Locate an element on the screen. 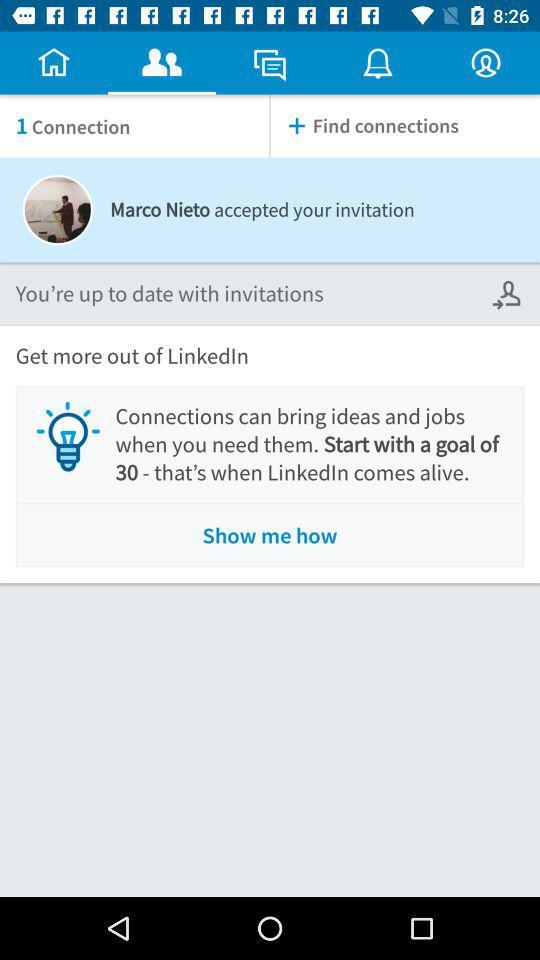 The width and height of the screenshot is (540, 960). the icon below find connections icon is located at coordinates (508, 293).